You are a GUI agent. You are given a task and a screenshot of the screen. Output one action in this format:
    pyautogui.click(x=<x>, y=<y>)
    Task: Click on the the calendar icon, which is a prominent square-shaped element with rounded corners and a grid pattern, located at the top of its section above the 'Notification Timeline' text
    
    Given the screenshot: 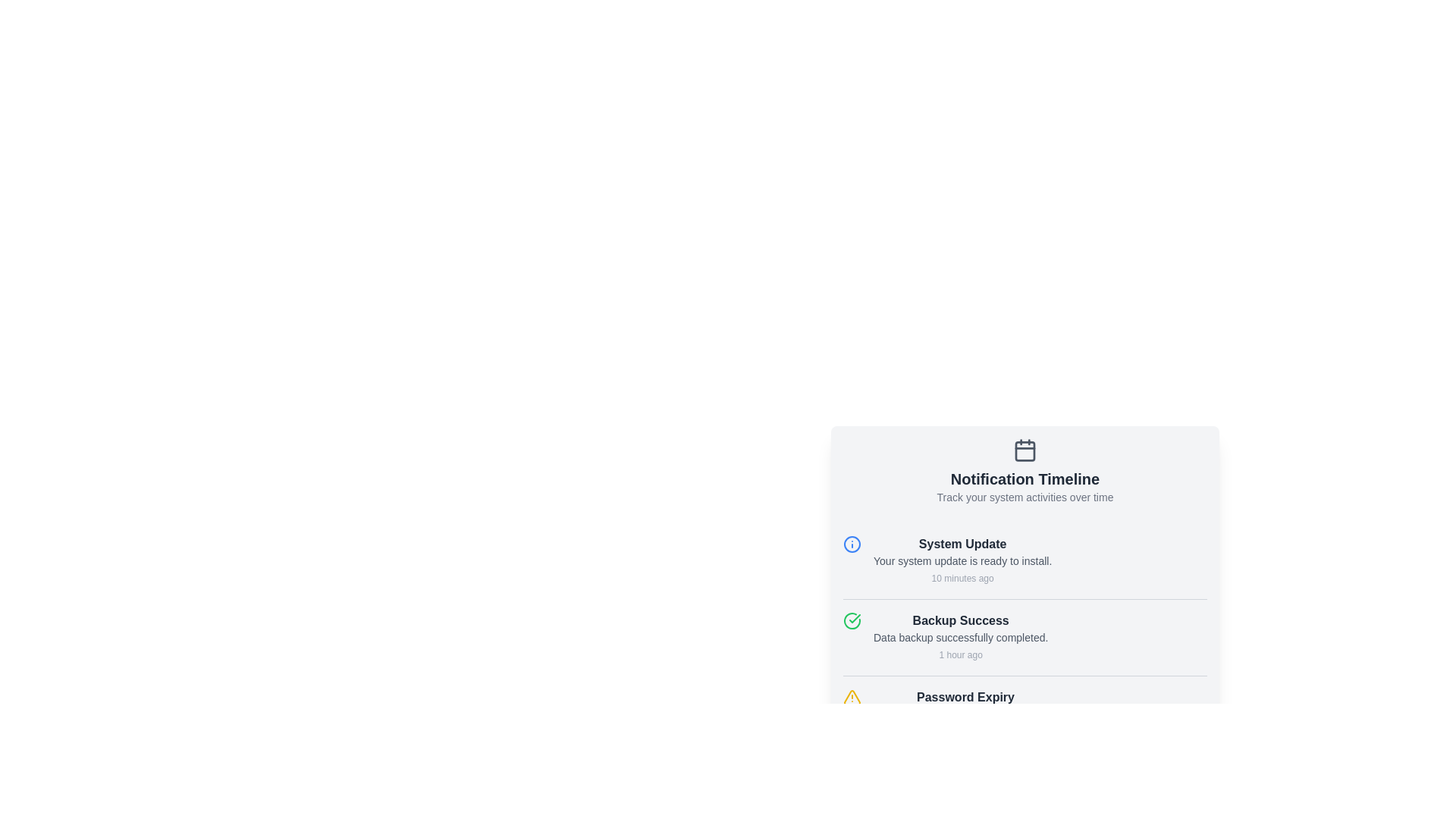 What is the action you would take?
    pyautogui.click(x=1025, y=450)
    